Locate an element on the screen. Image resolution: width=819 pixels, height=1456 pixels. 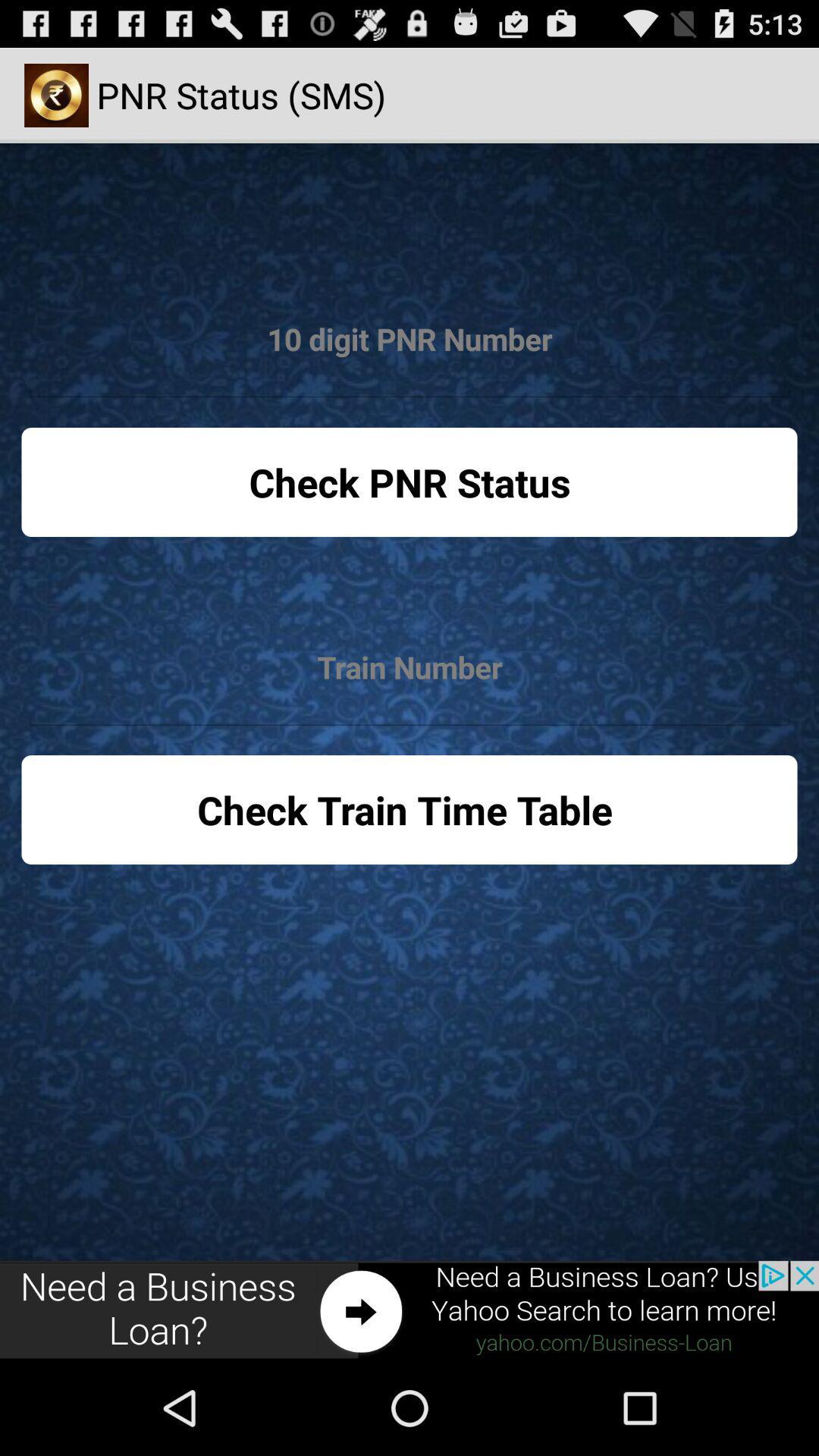
advertisement is located at coordinates (409, 1310).